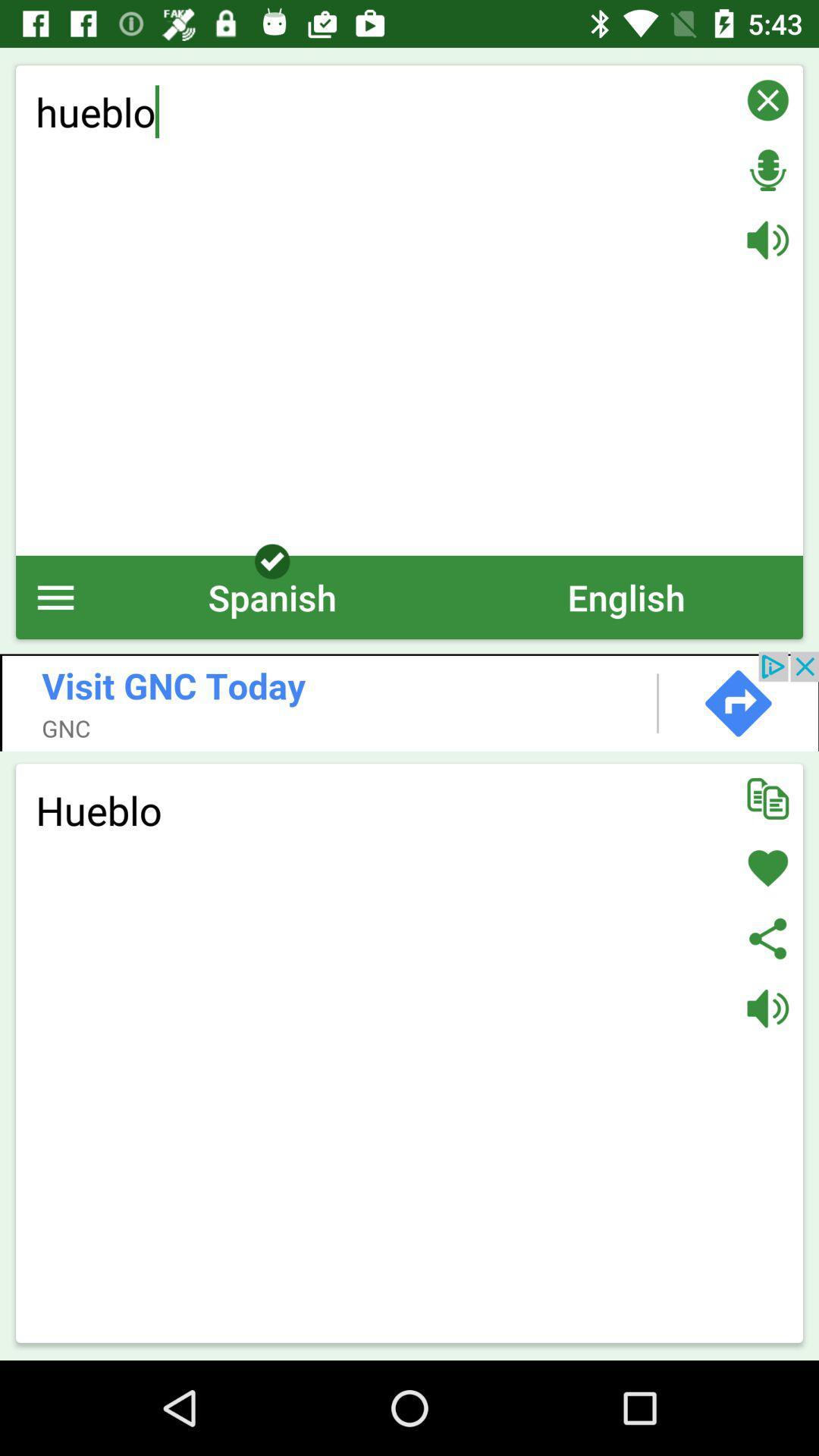  I want to click on item above hueblo, so click(409, 701).